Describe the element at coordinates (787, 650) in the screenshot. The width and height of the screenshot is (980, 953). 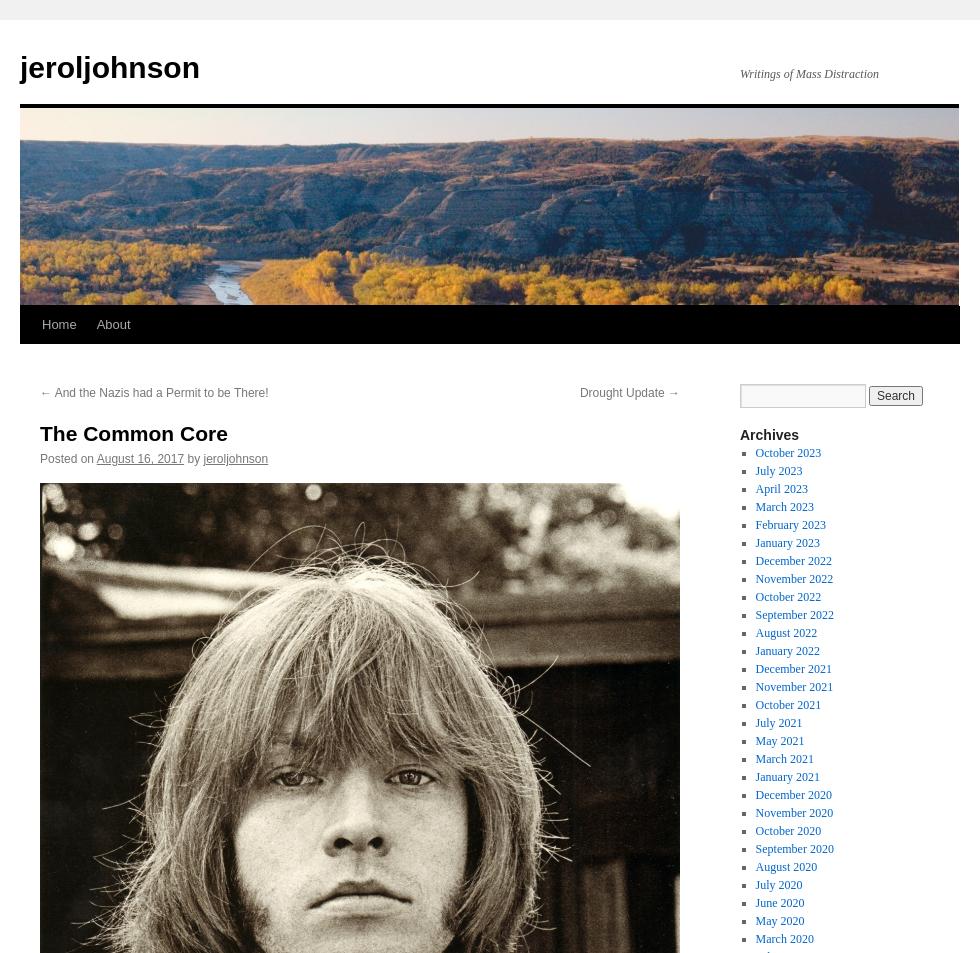
I see `'January 2022'` at that location.